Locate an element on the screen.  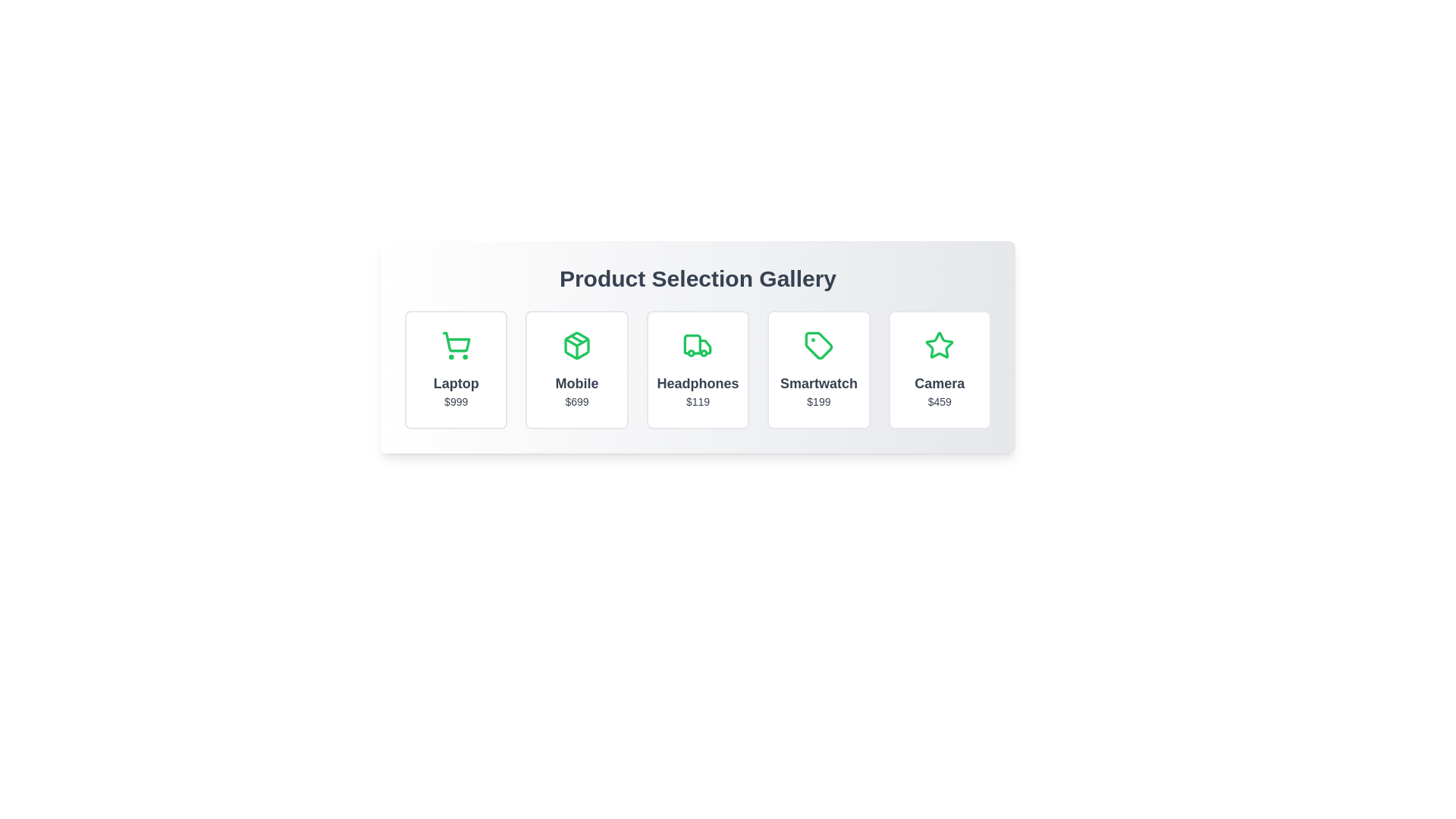
the first Interactive card for the 'Laptop' product in the selection gallery is located at coordinates (455, 370).